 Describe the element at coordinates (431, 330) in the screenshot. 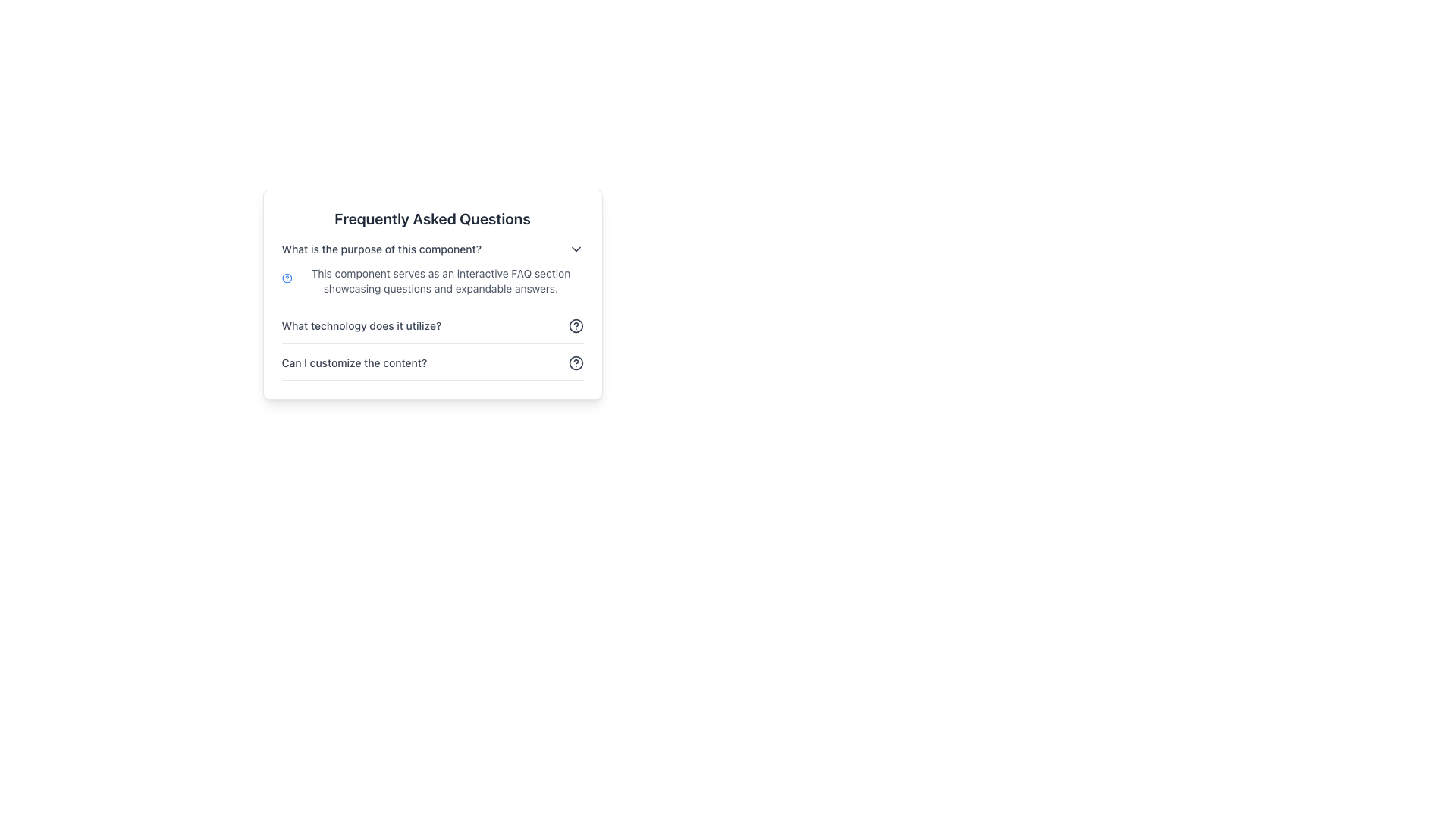

I see `the question mark icon in the second FAQ section header` at that location.